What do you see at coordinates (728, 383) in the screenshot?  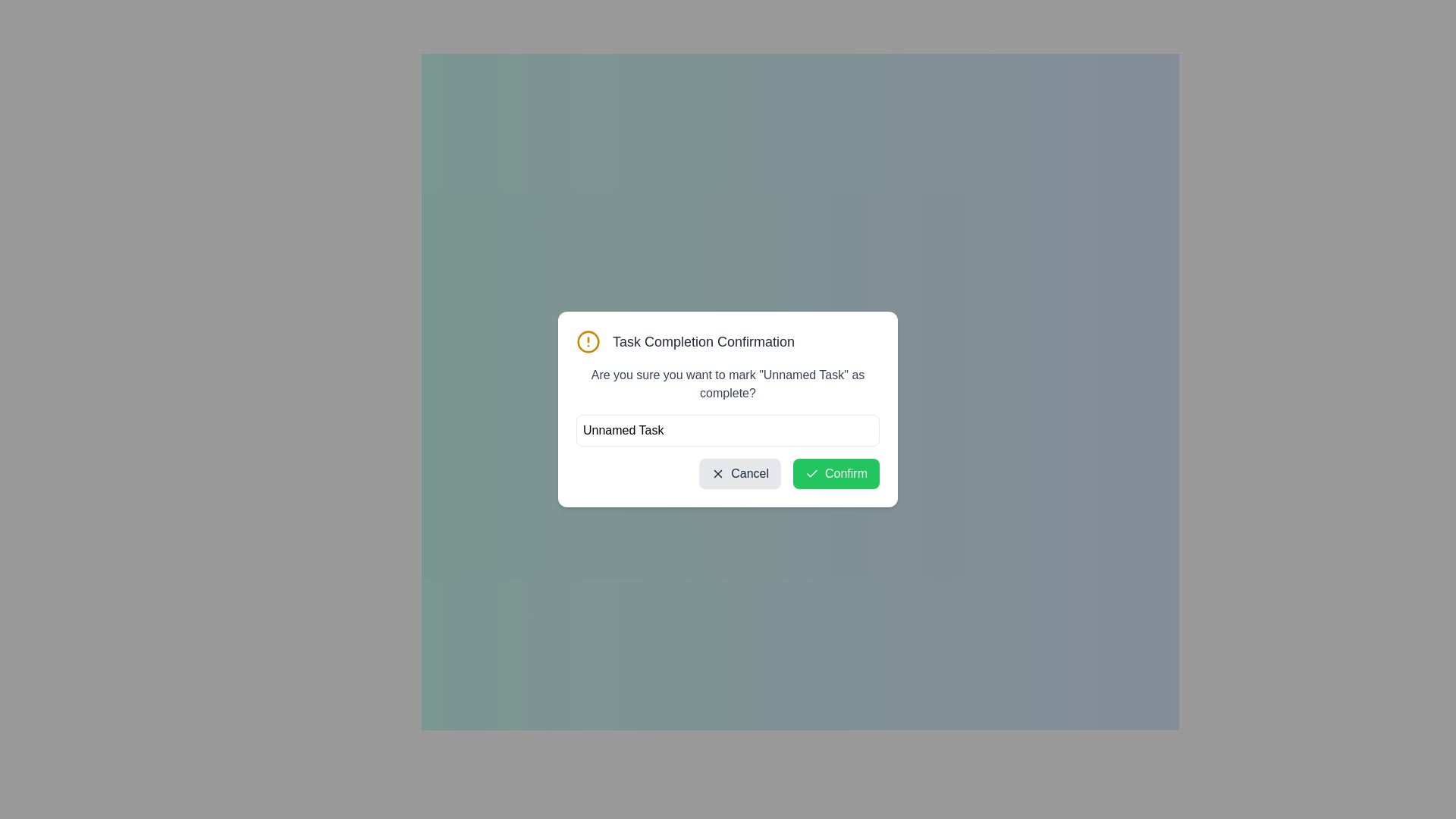 I see `the text block in the confirmation dialog that contains the message 'Are you sure you want to mark "Unnamed Task" as complete?'` at bounding box center [728, 383].